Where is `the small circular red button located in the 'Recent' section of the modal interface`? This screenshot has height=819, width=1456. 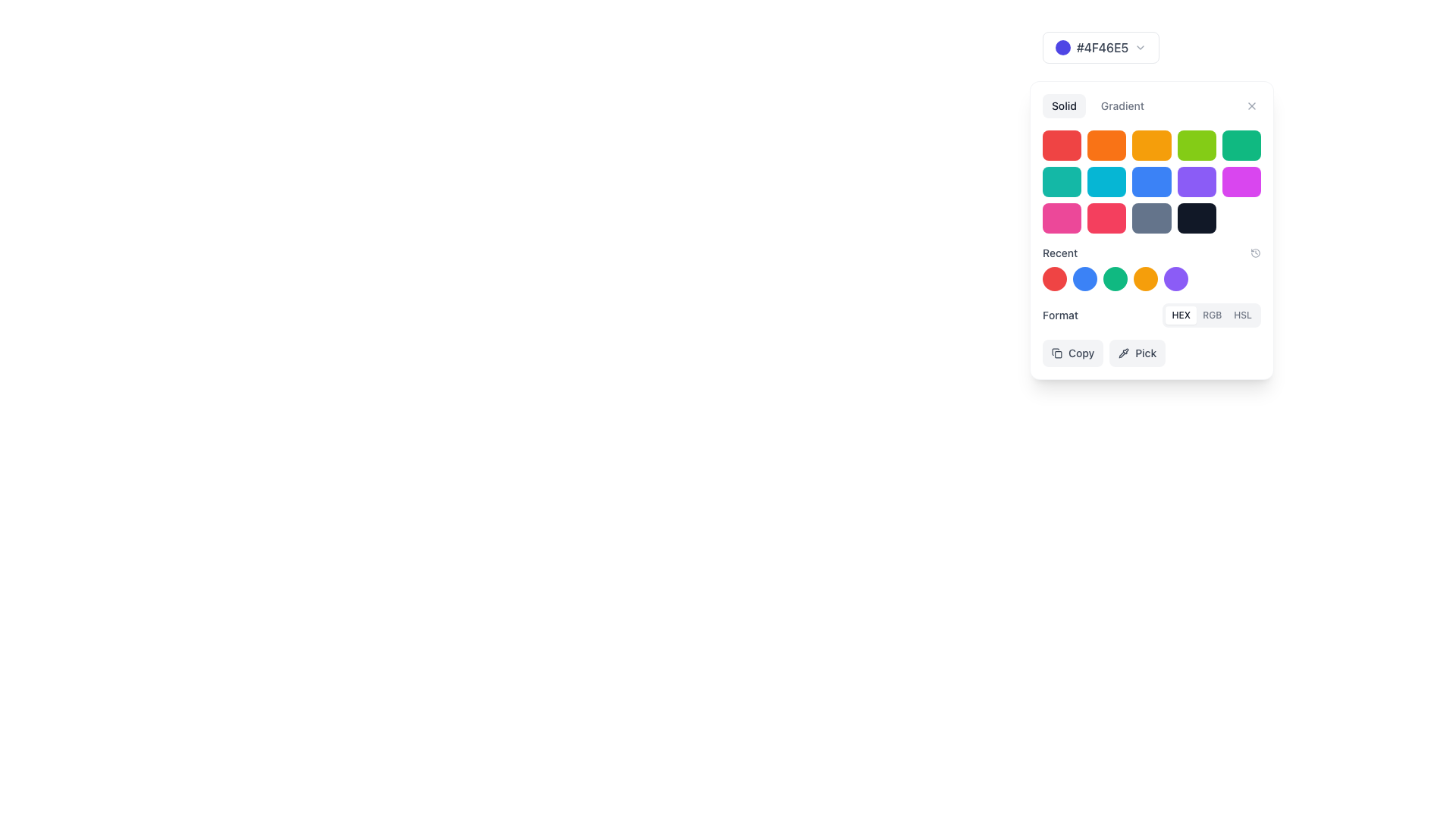 the small circular red button located in the 'Recent' section of the modal interface is located at coordinates (1054, 278).